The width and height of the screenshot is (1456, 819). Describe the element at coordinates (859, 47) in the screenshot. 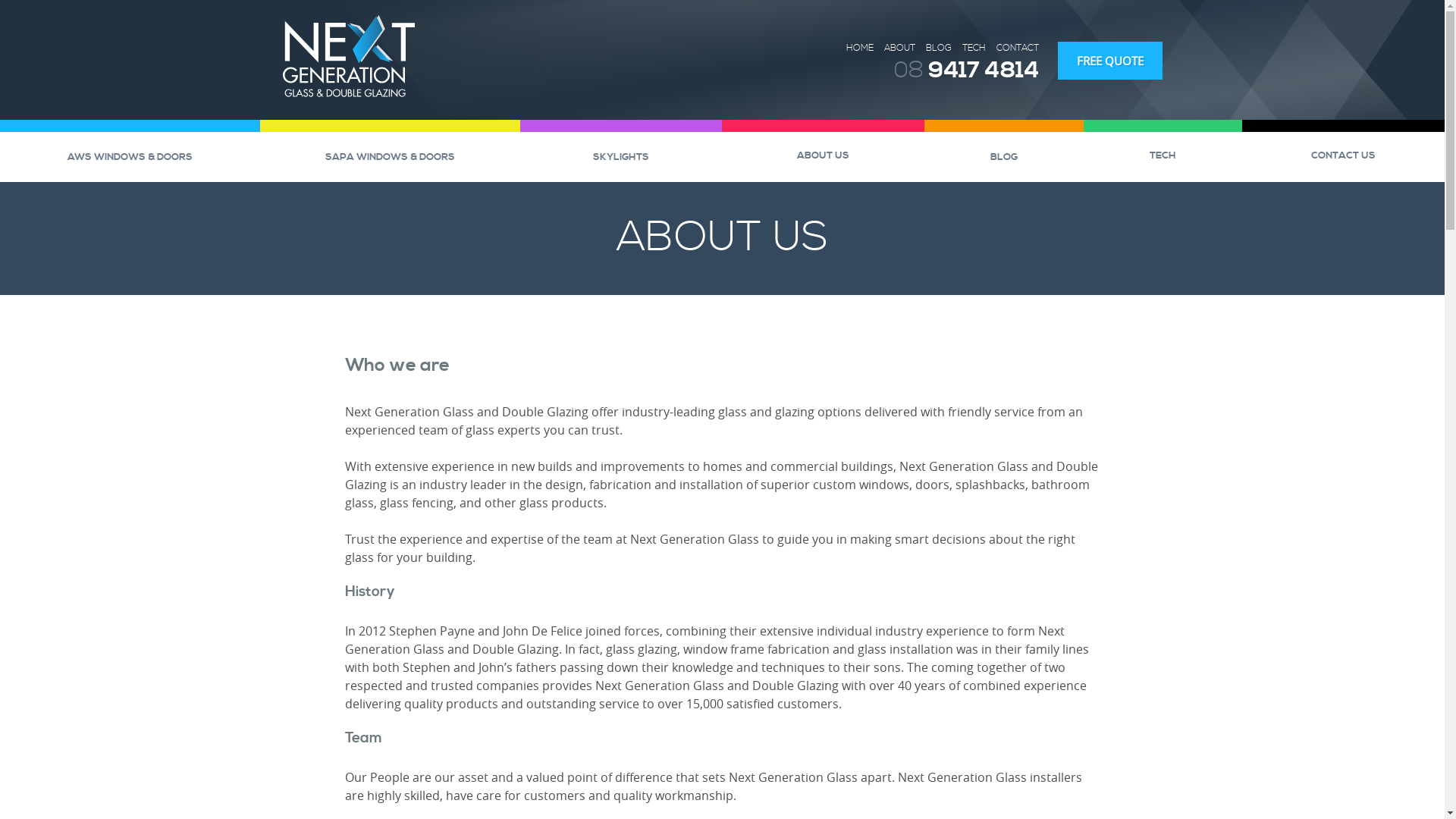

I see `'HOME'` at that location.